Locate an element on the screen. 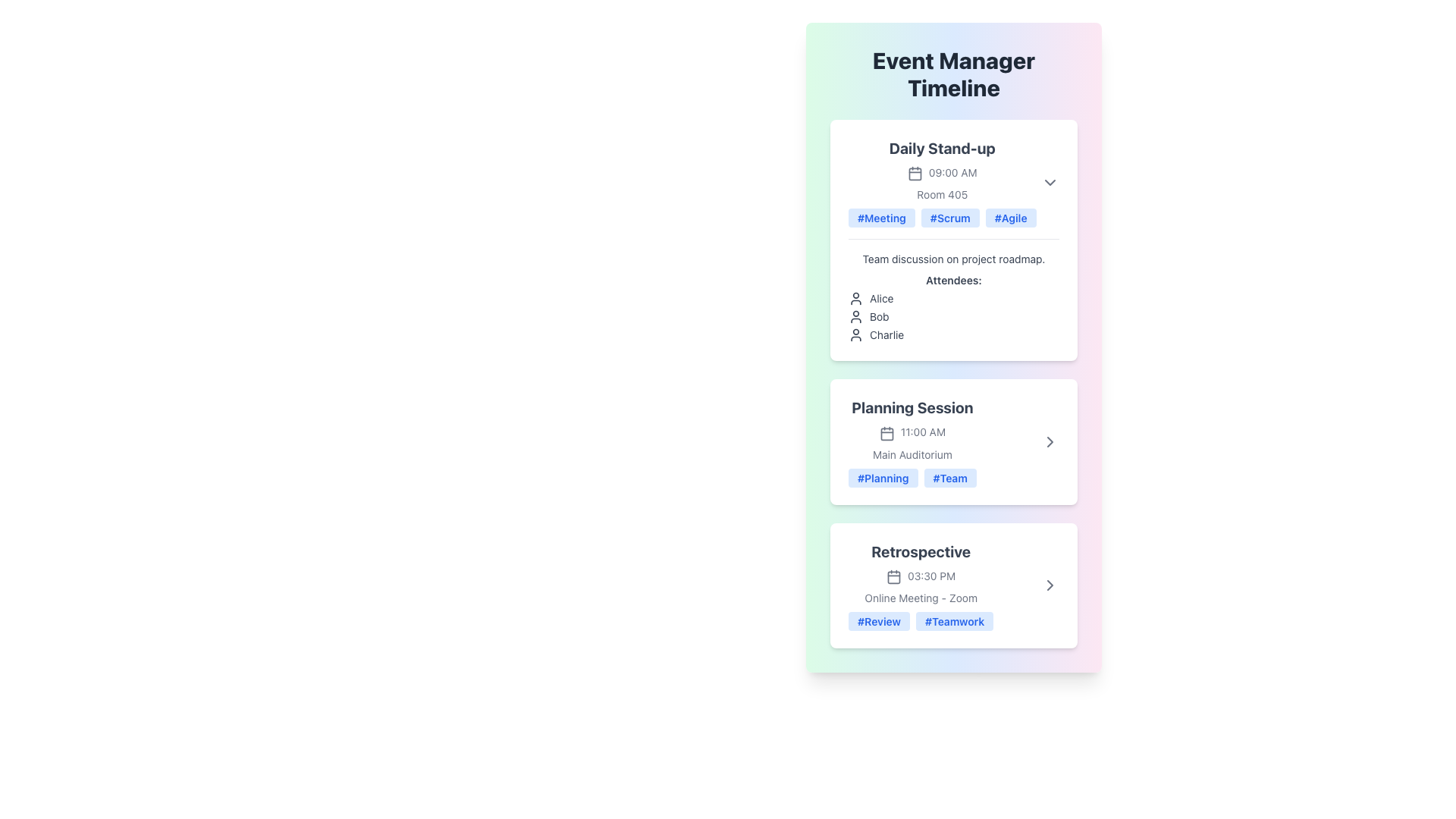  text label that contains 'Team discussion on project roadmap.' located within the 'Daily Stand-up' card, positioned below the tags and above the 'Attendees:' label is located at coordinates (952, 259).